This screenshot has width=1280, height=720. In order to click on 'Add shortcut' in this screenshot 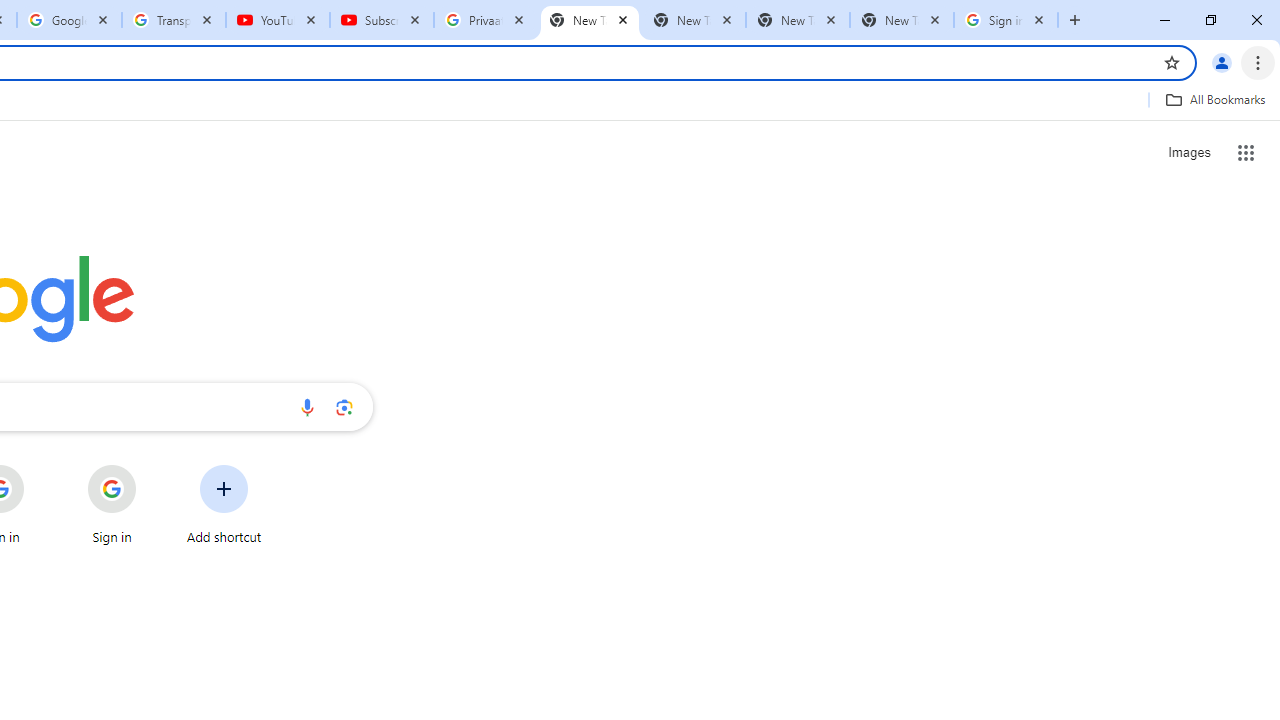, I will do `click(224, 504)`.